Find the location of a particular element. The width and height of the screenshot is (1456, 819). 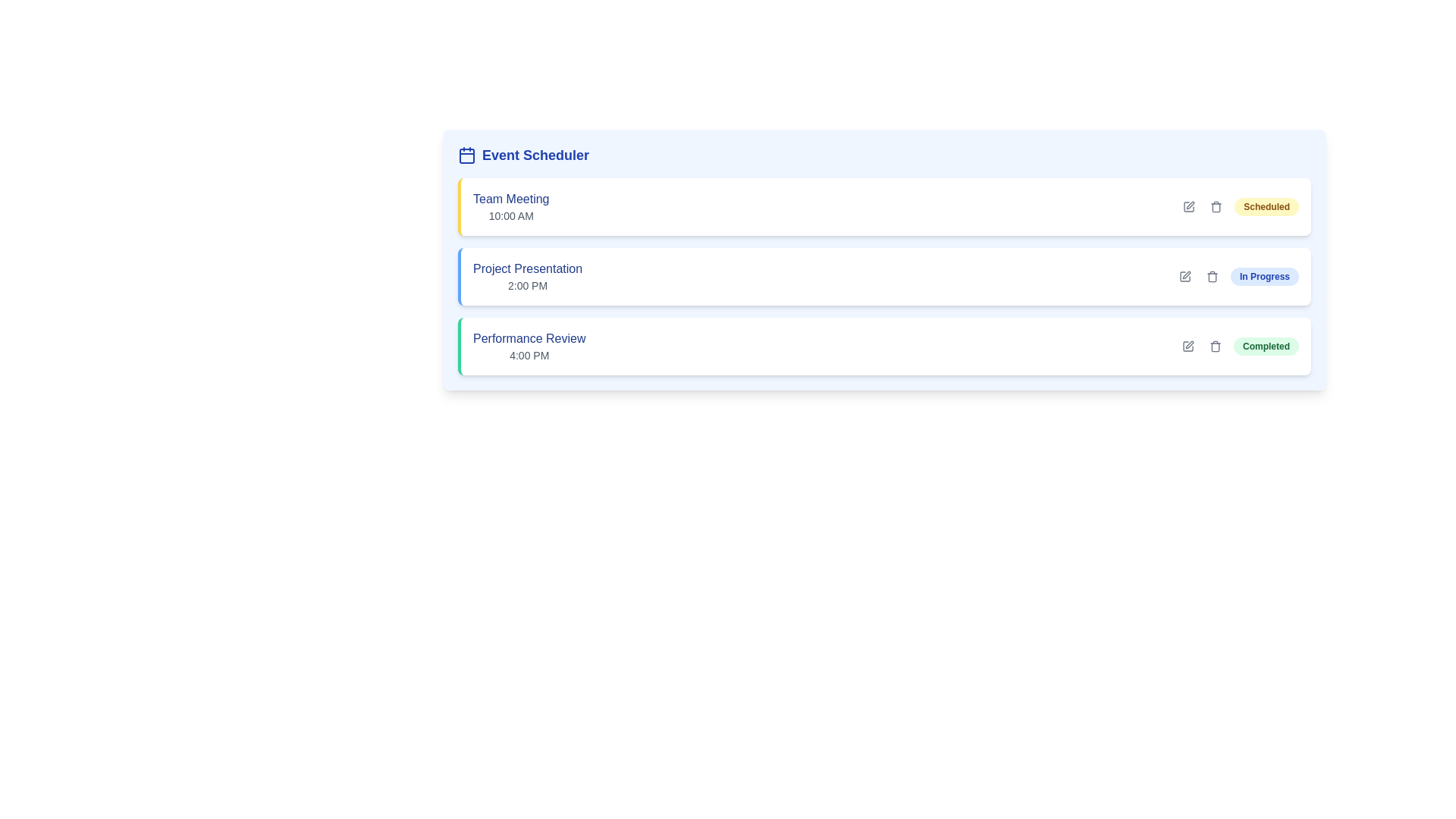

the edit icon located next to the project presentation row, adjacent to the 'In Progress' tag is located at coordinates (1185, 275).